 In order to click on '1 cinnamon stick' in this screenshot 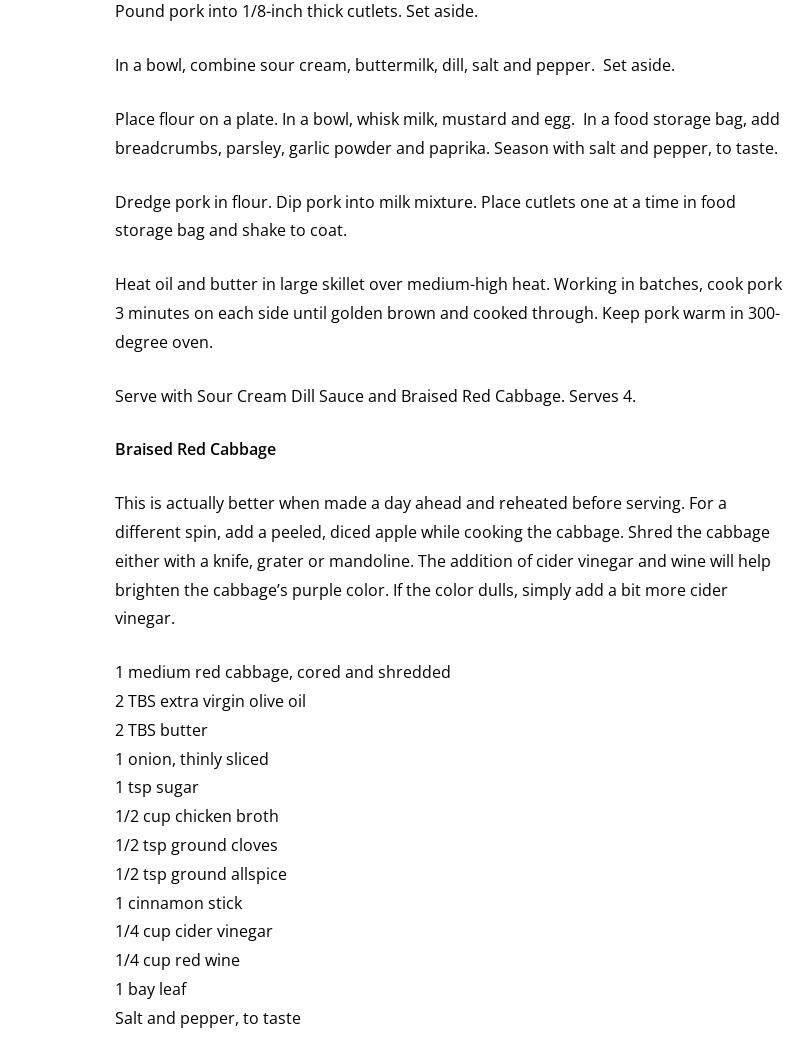, I will do `click(177, 901)`.